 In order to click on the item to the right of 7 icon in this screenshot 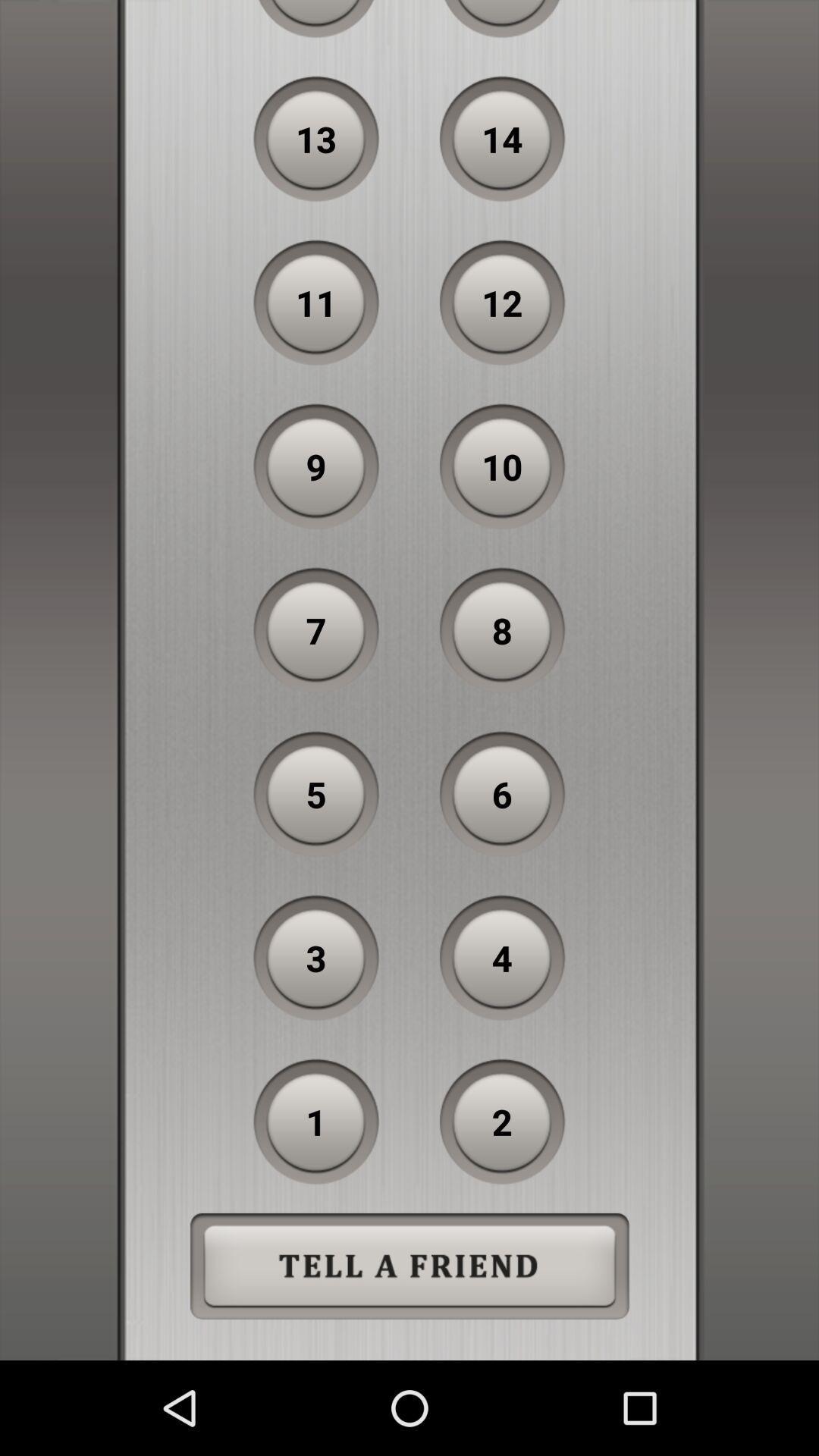, I will do `click(502, 630)`.